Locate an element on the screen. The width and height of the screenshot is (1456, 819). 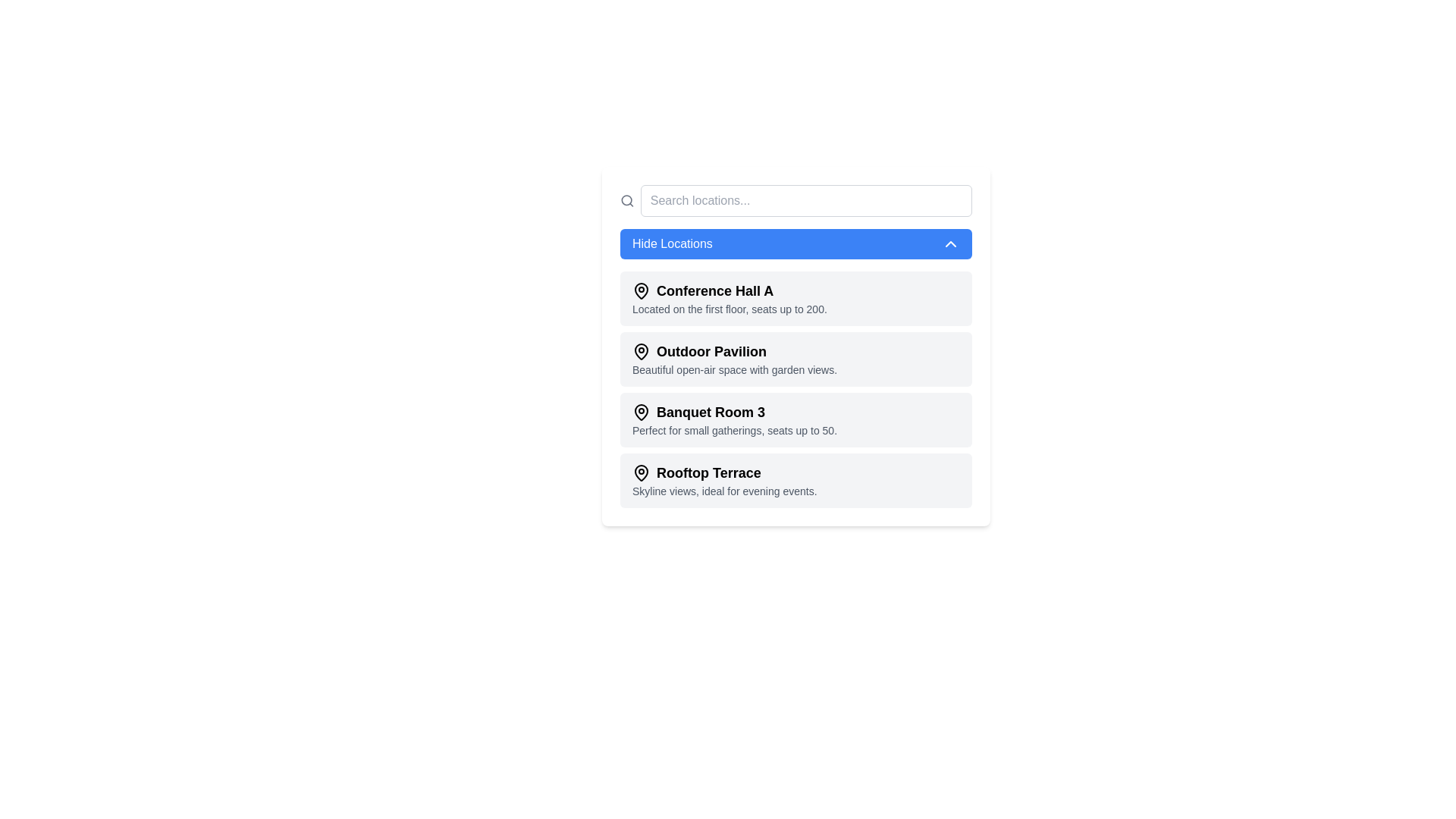
the 'Conference Hall A' text display element located at the top of the list of location options is located at coordinates (730, 291).